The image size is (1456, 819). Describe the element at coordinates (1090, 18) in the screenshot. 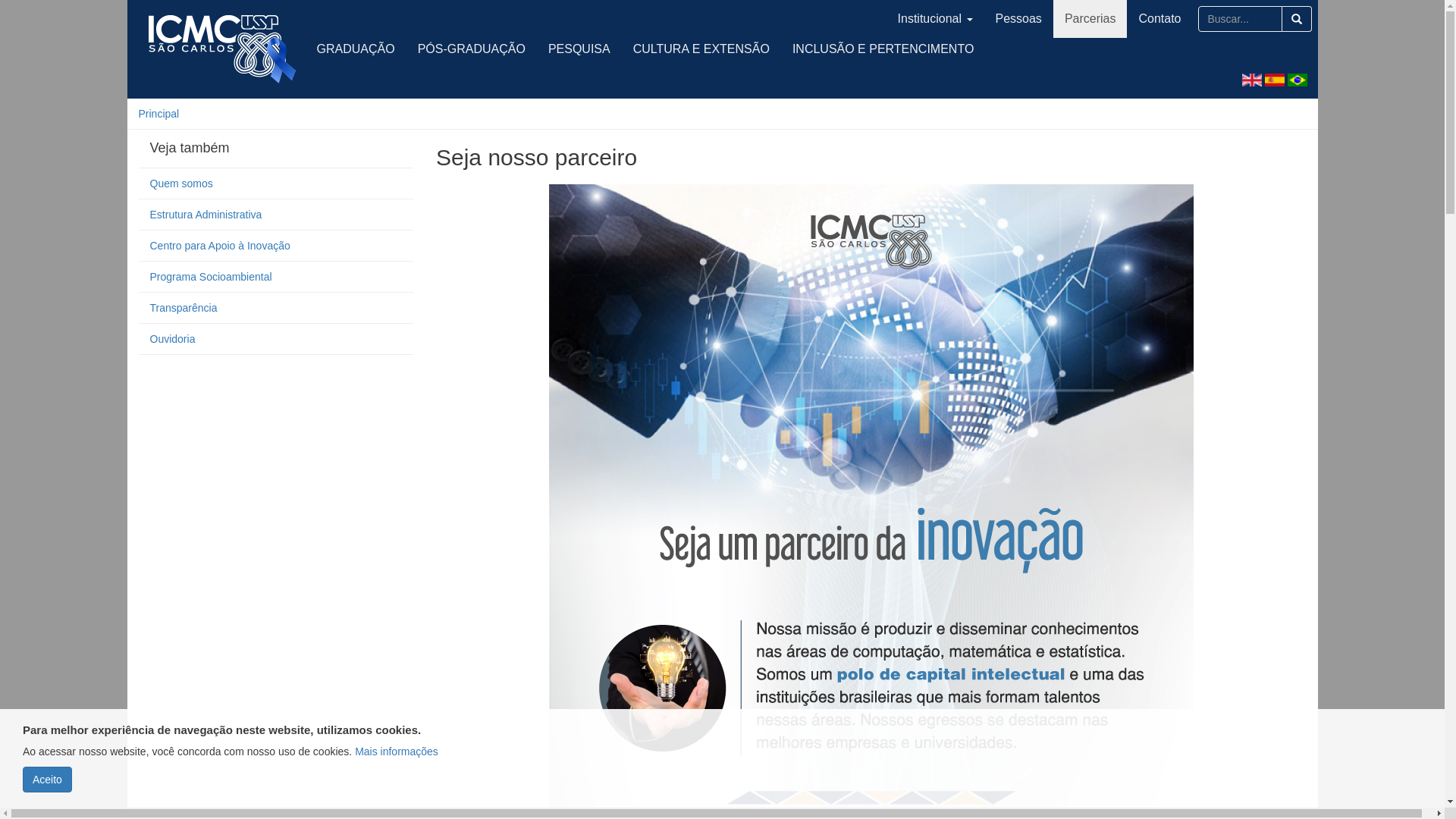

I see `'Parcerias'` at that location.